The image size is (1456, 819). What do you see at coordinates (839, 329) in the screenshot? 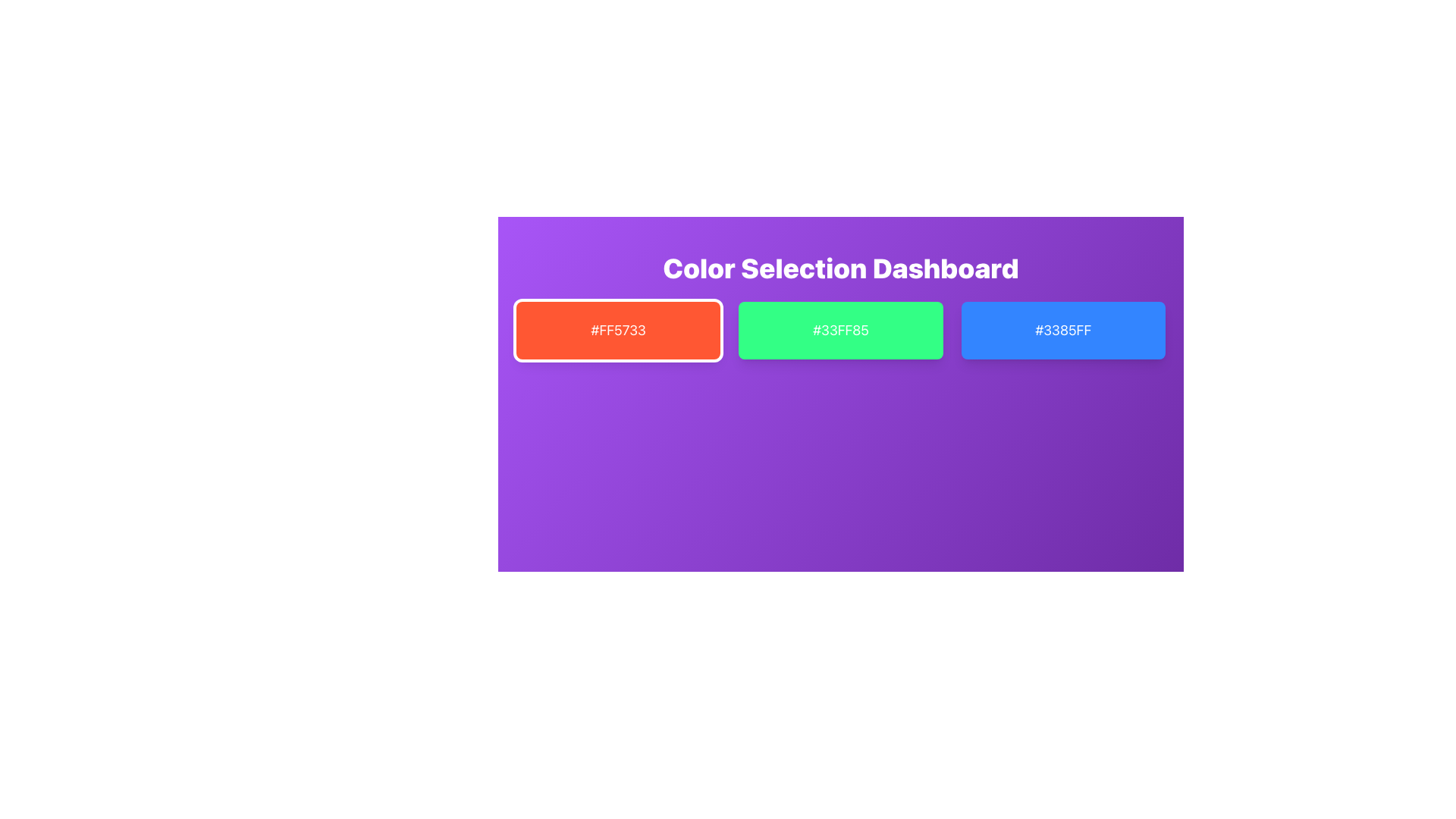
I see `the text label displaying the string '#33FF85' in bold white font against a bright green background, located in the center of the second colored box from the left` at bounding box center [839, 329].